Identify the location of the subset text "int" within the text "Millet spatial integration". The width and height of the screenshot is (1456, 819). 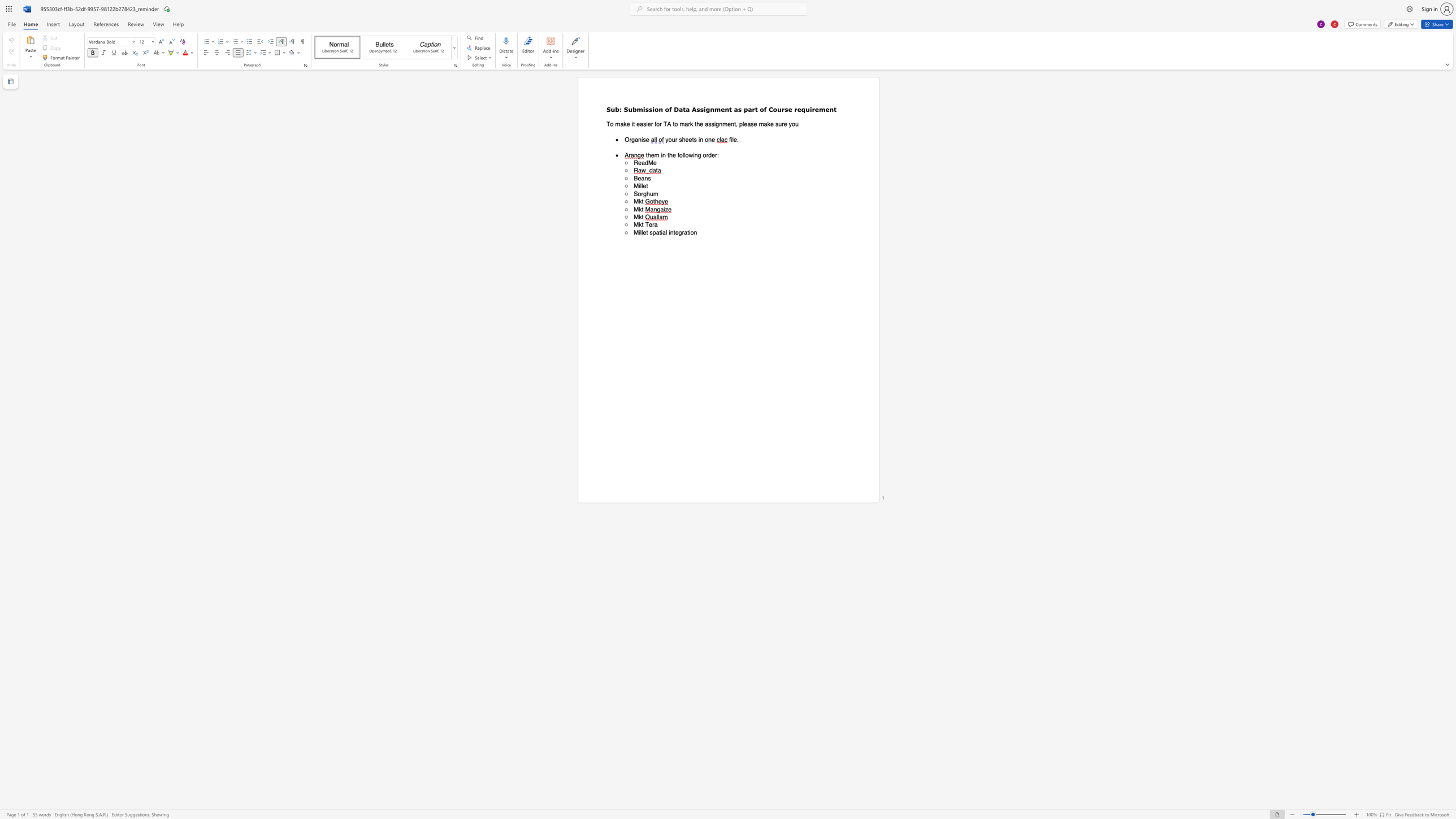
(669, 232).